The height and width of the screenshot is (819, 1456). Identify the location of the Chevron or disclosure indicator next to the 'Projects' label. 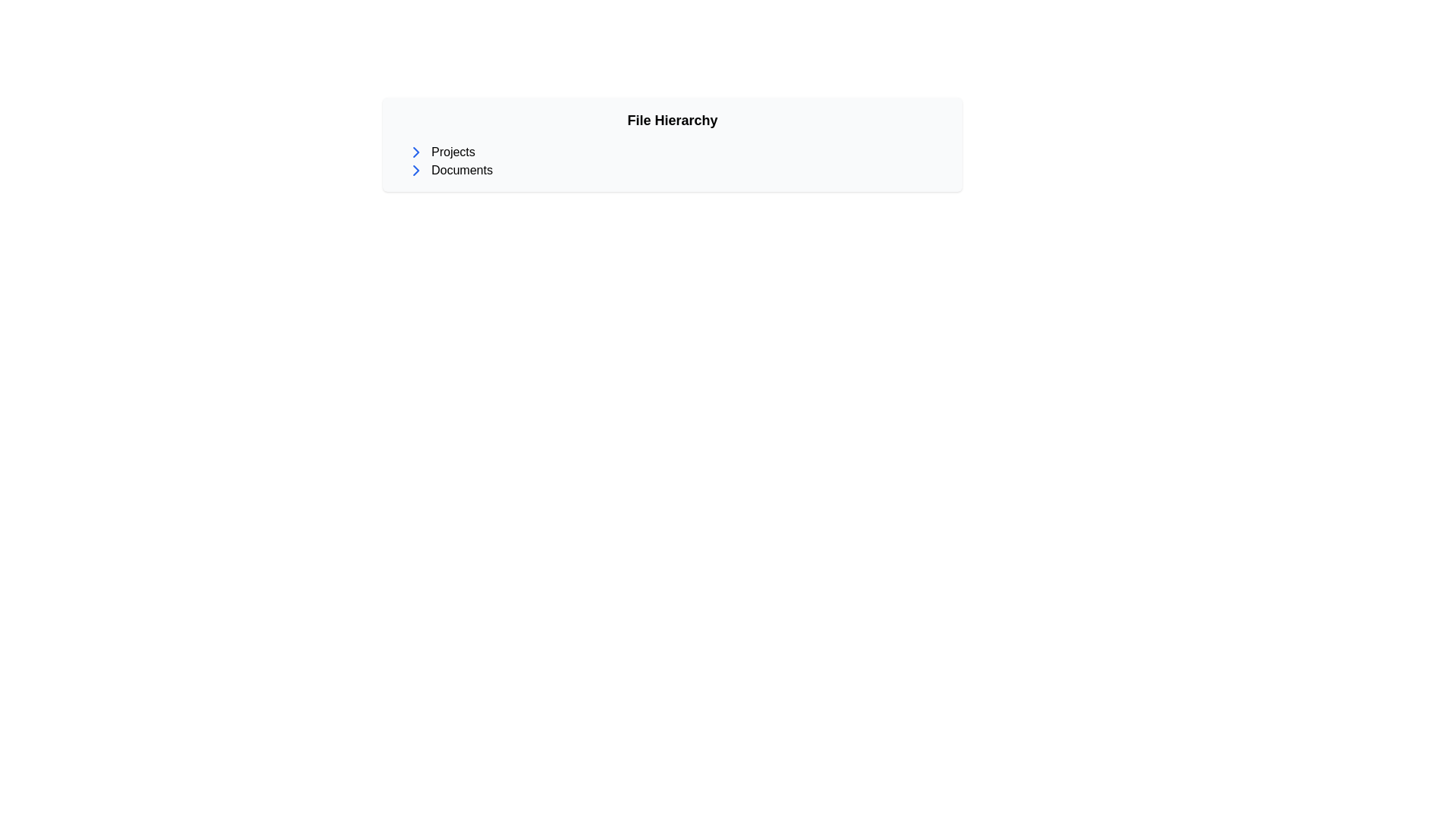
(416, 170).